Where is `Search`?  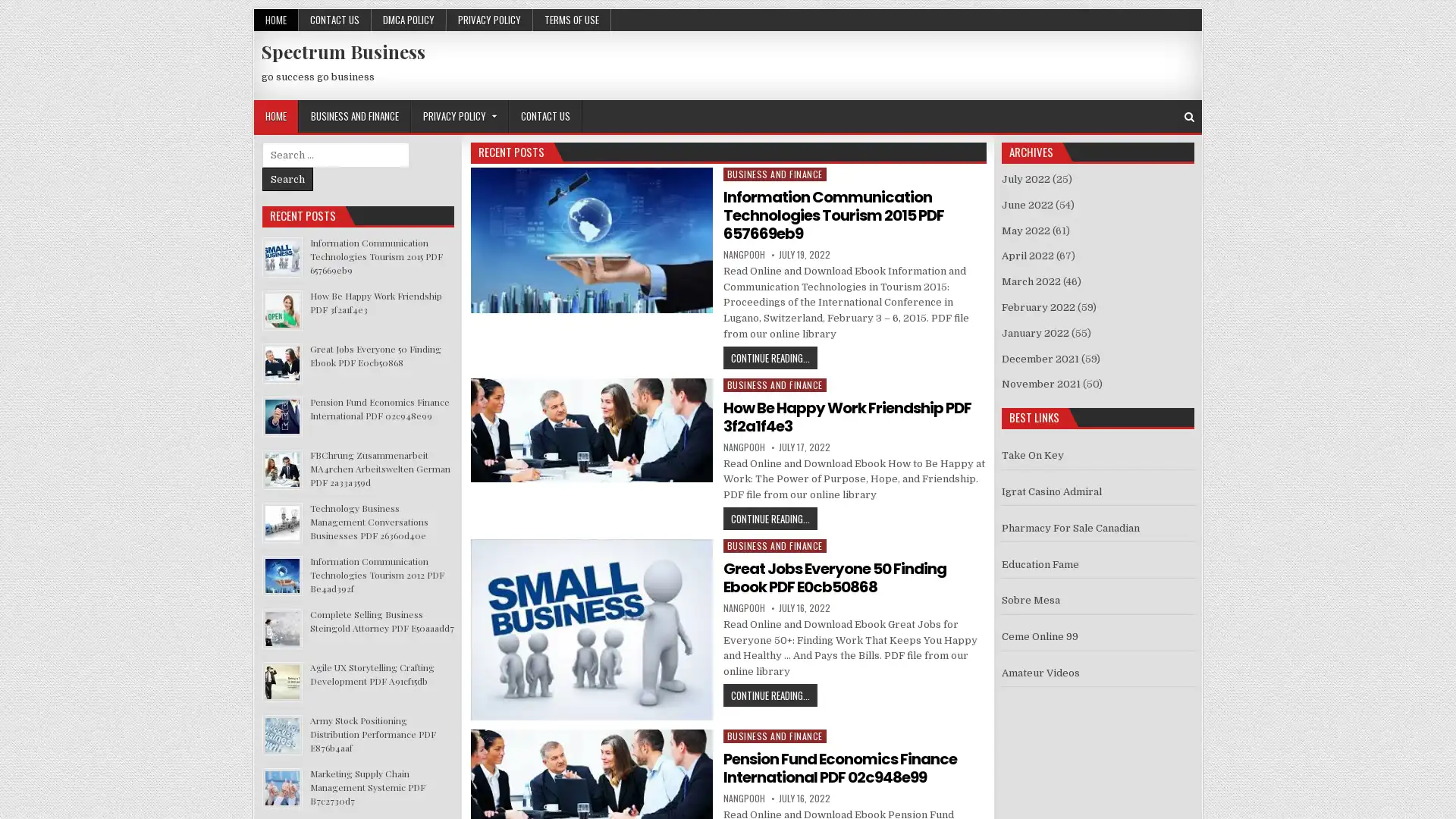 Search is located at coordinates (287, 178).